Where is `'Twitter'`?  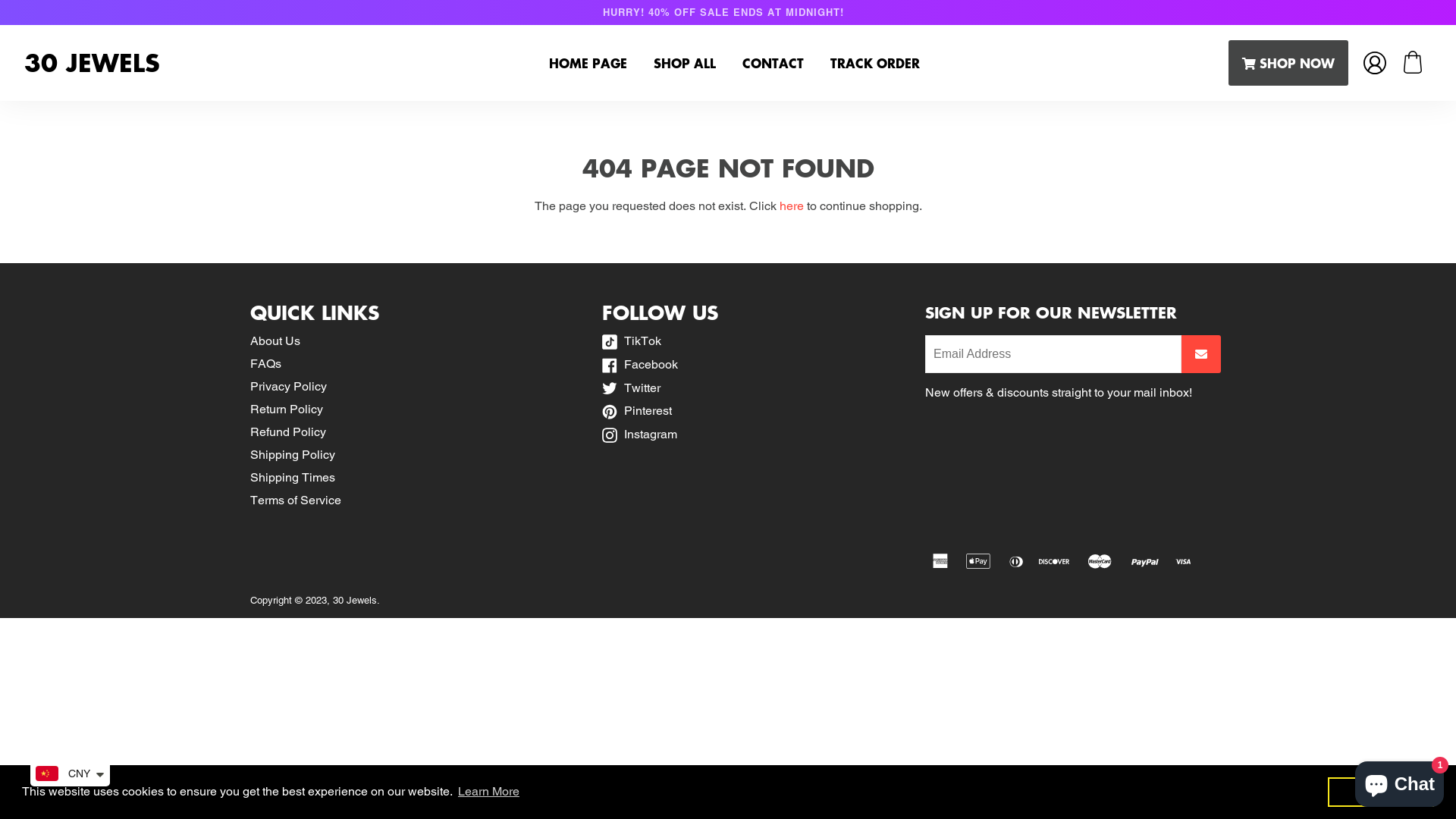 'Twitter' is located at coordinates (631, 387).